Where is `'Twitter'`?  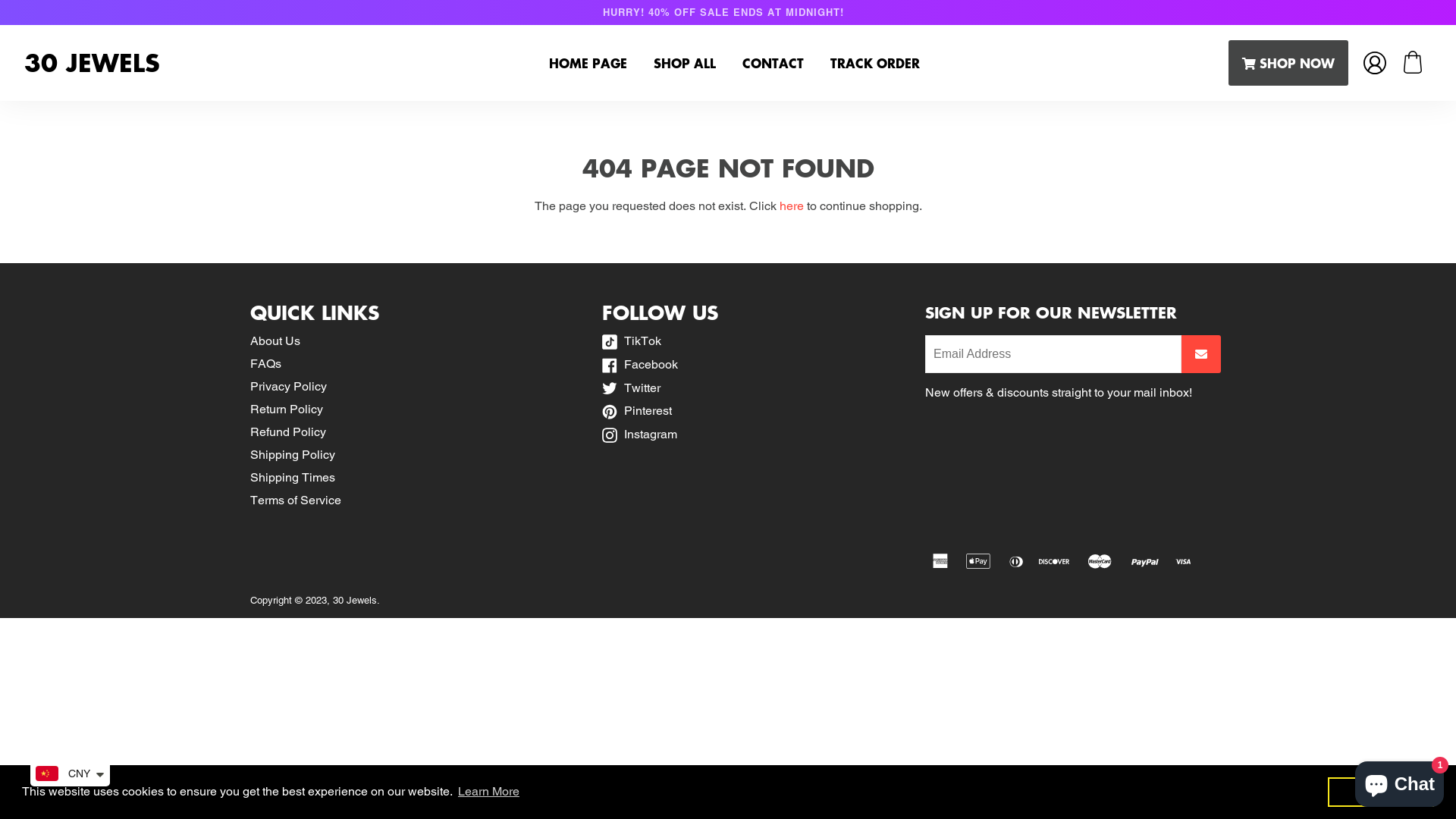 'Twitter' is located at coordinates (631, 387).